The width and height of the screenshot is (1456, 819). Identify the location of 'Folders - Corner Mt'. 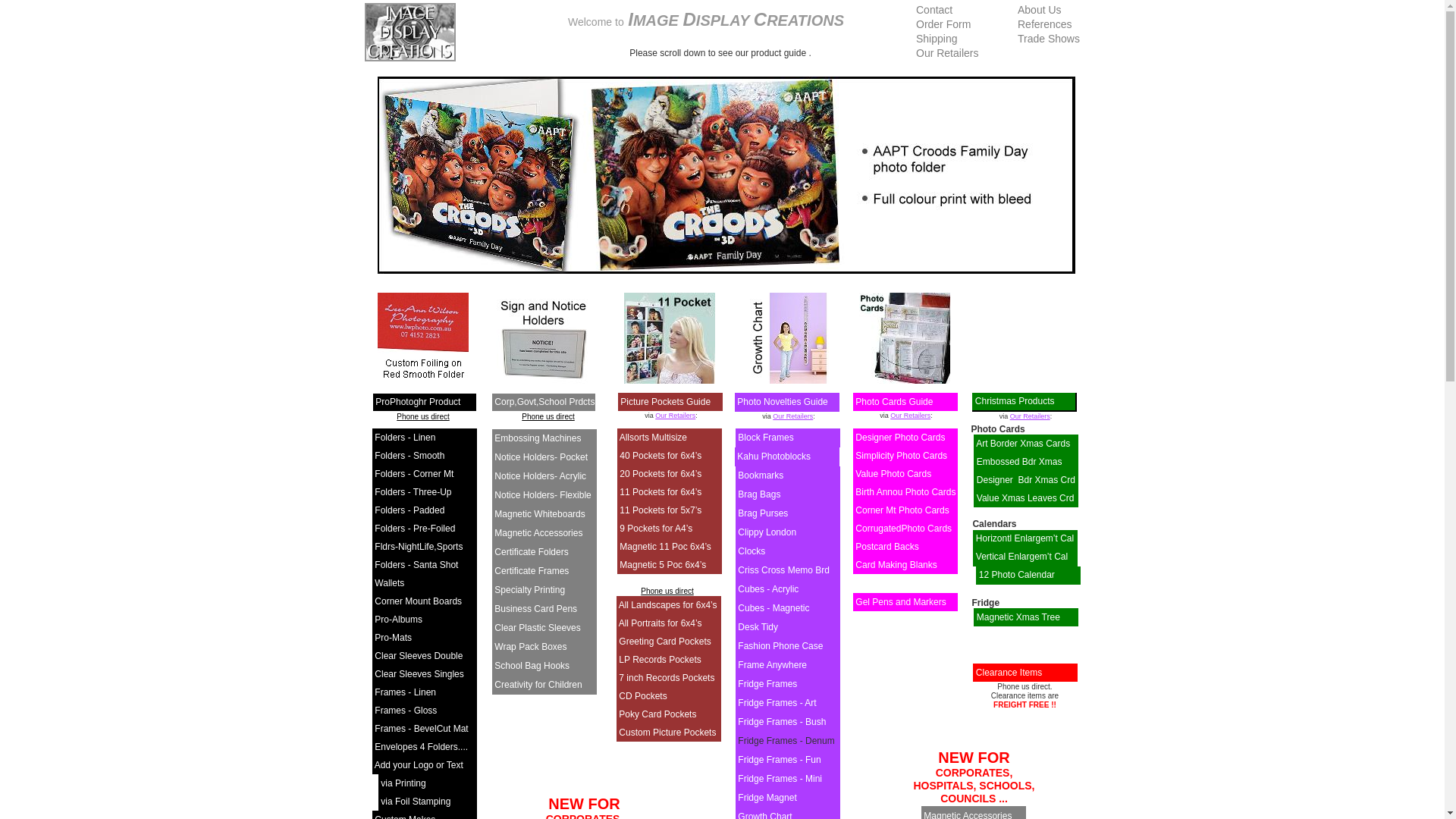
(414, 472).